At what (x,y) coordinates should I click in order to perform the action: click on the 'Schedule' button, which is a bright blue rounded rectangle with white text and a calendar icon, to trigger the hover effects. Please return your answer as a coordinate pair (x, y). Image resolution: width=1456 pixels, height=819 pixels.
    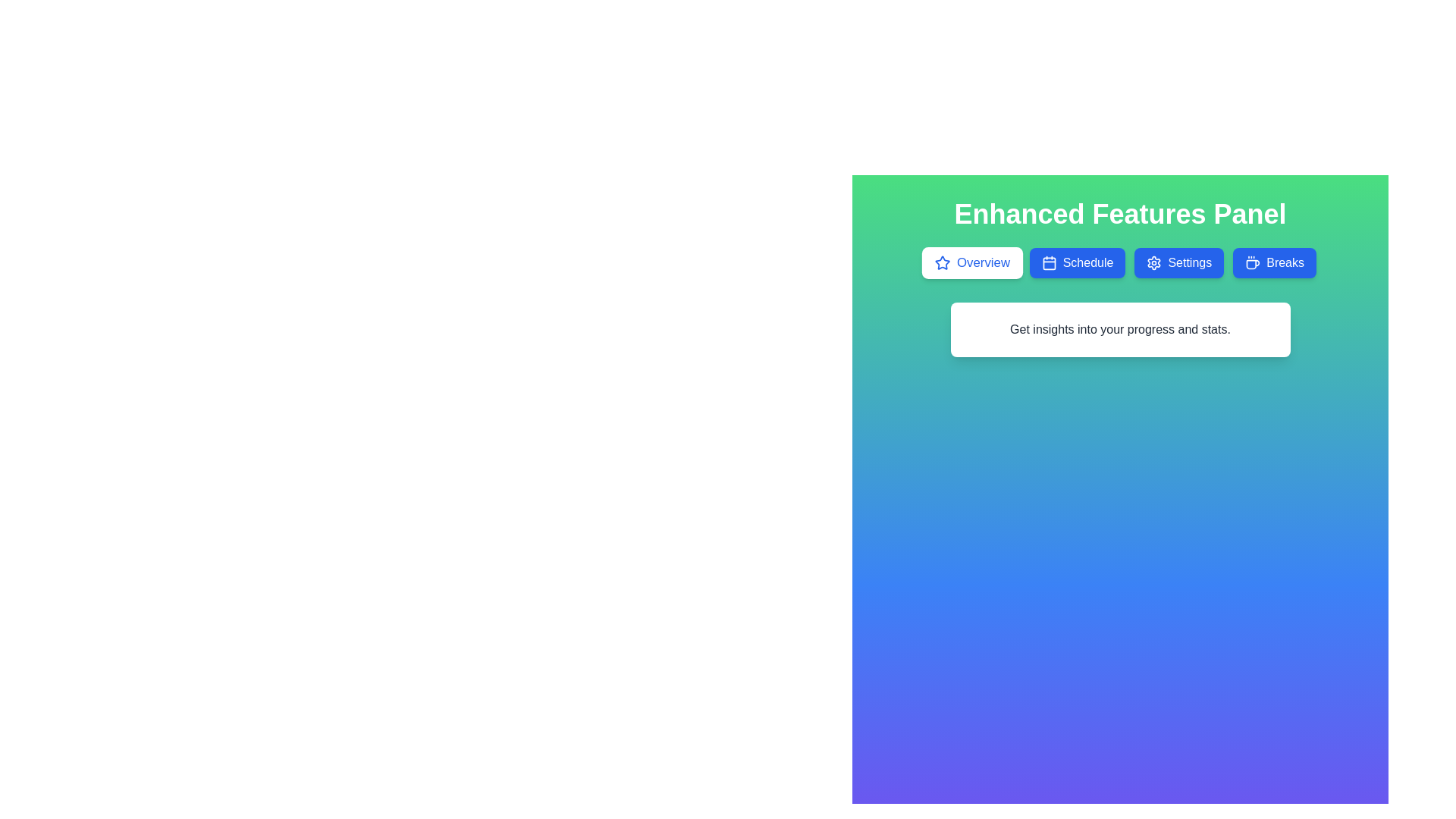
    Looking at the image, I should click on (1076, 262).